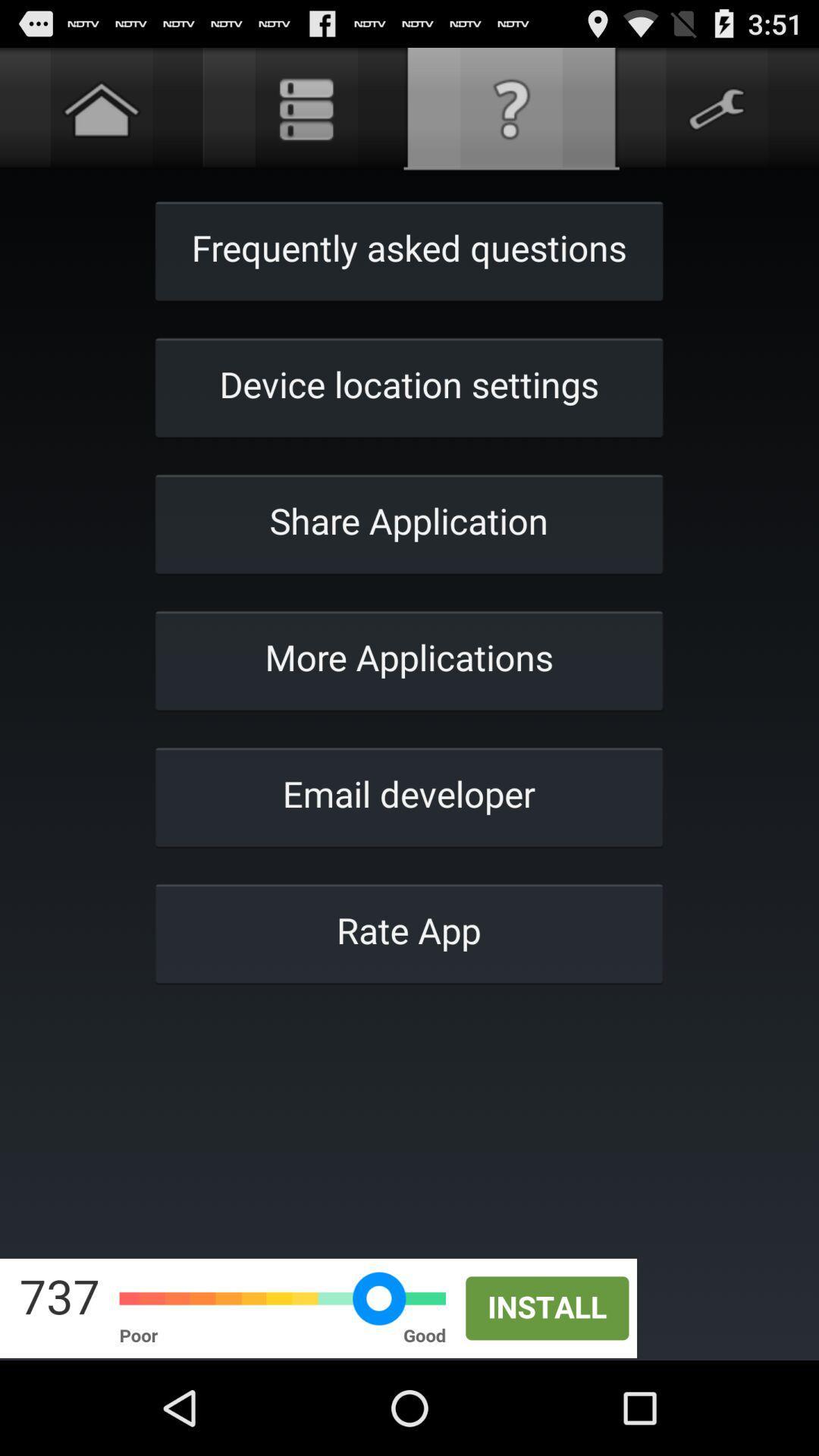 This screenshot has height=1456, width=819. Describe the element at coordinates (409, 1307) in the screenshot. I see `install a advertisement app` at that location.